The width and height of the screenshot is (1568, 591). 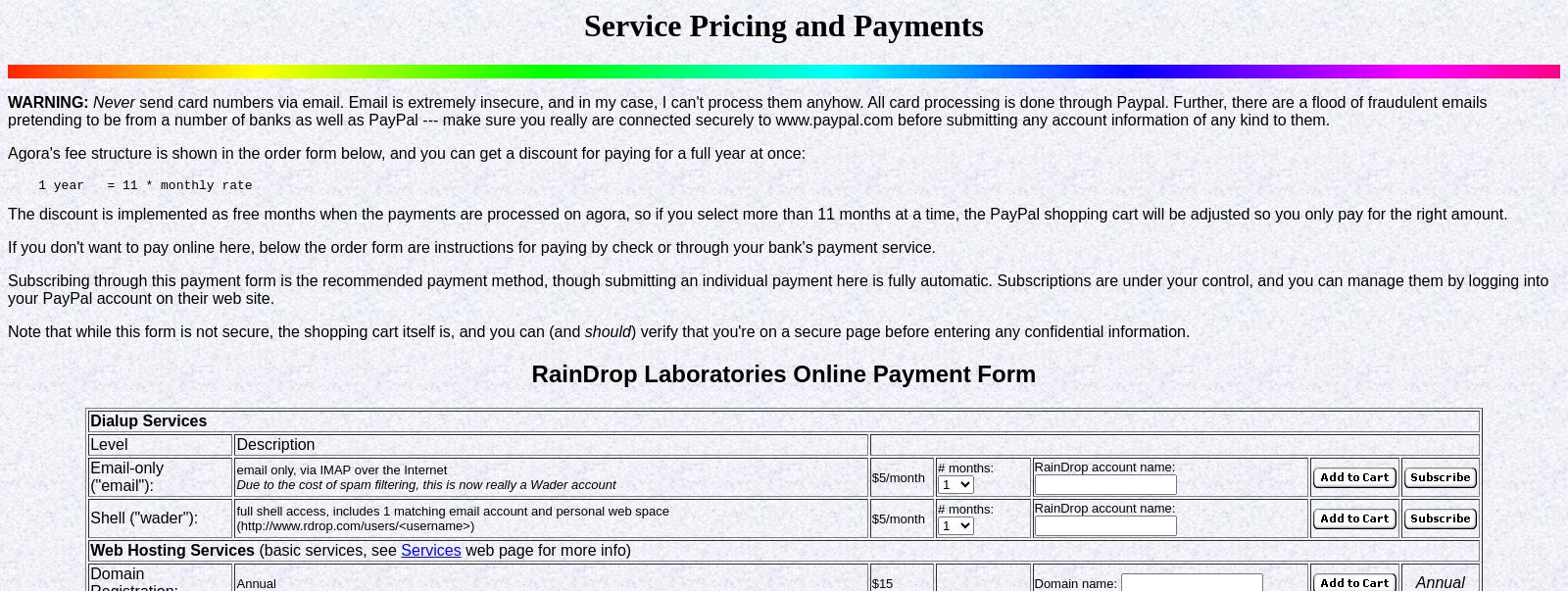 What do you see at coordinates (274, 443) in the screenshot?
I see `'Description'` at bounding box center [274, 443].